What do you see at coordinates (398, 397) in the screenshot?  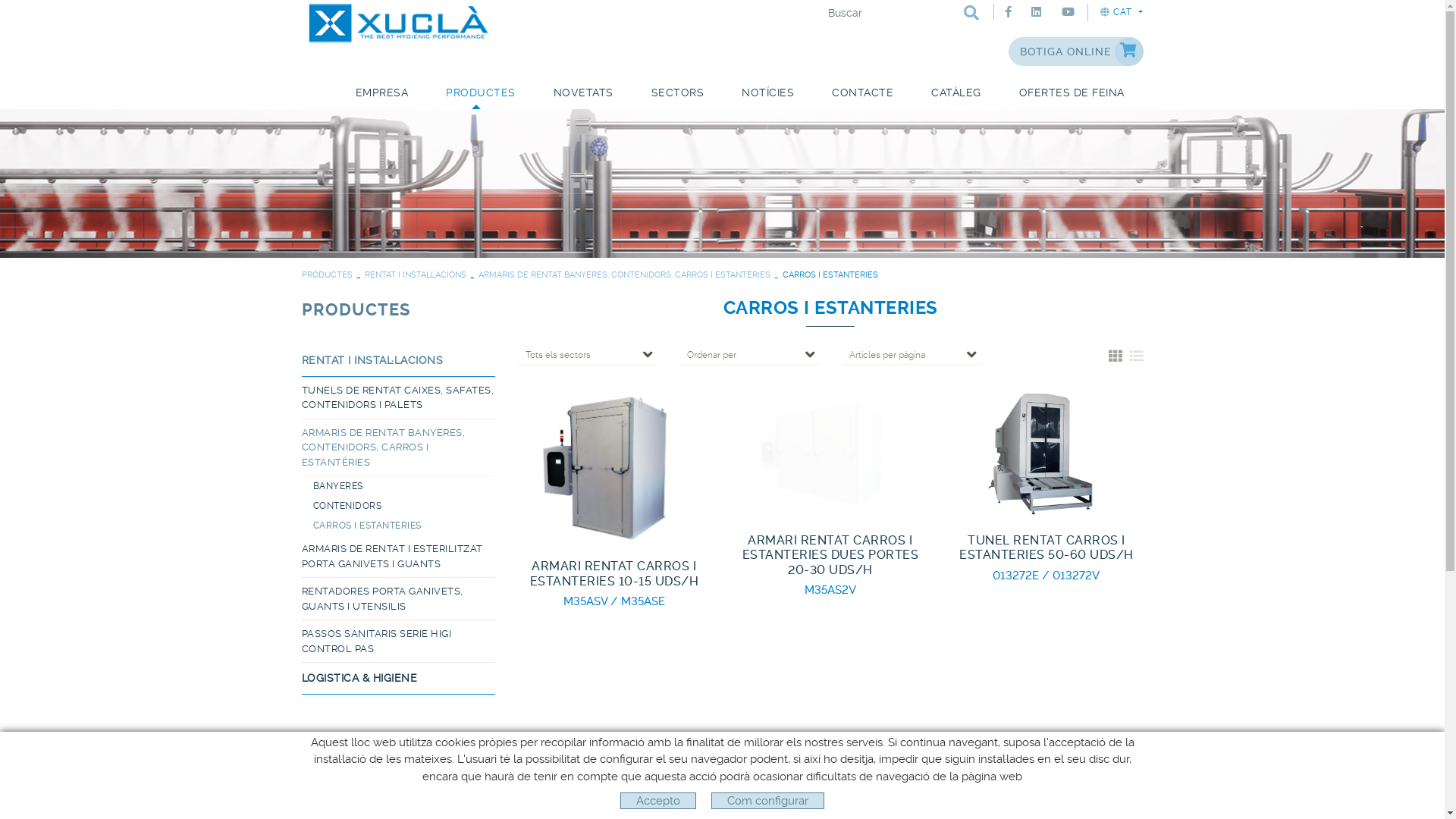 I see `'TUNELS DE RENTAT CAIXES, SAFATES, CONTENIDORS I PALETS'` at bounding box center [398, 397].